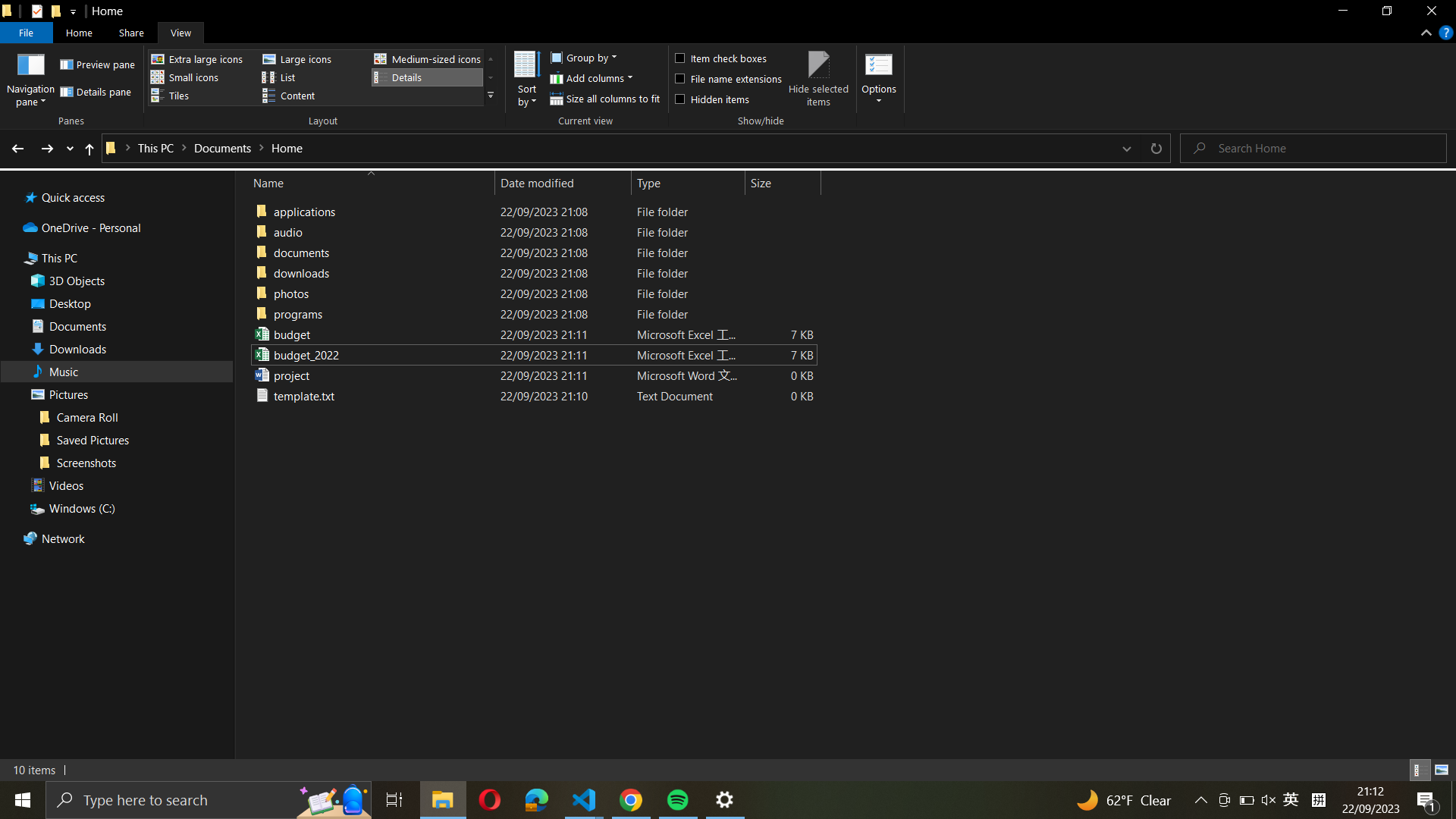 Image resolution: width=1456 pixels, height=819 pixels. I want to click on Position "template.txt" to the "downloads" folder from the present directory by moving the file, so click(531, 394).